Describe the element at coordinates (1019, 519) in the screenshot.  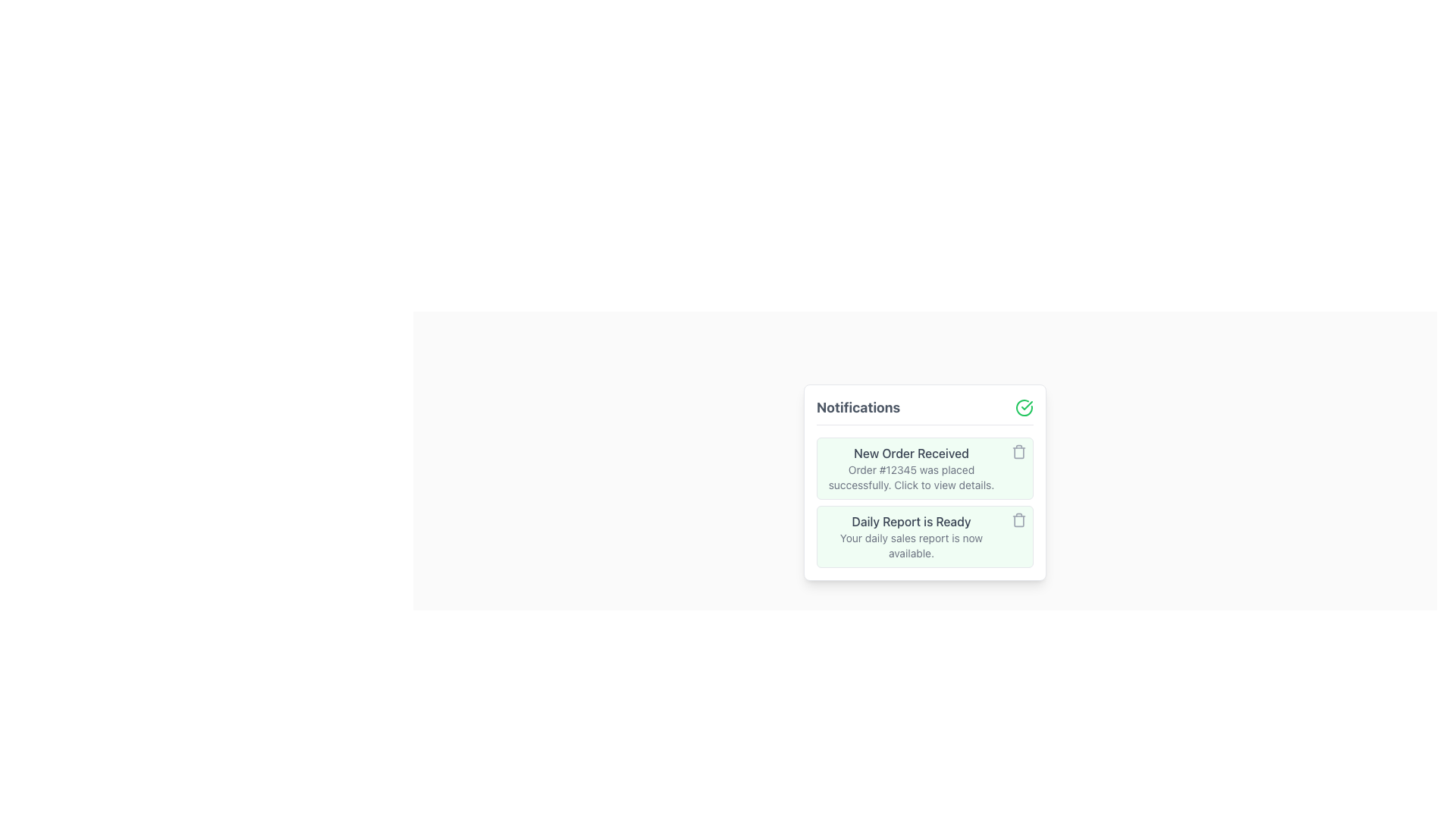
I see `the main body of the trash can icon, which is the second component within the SVG graphic` at that location.